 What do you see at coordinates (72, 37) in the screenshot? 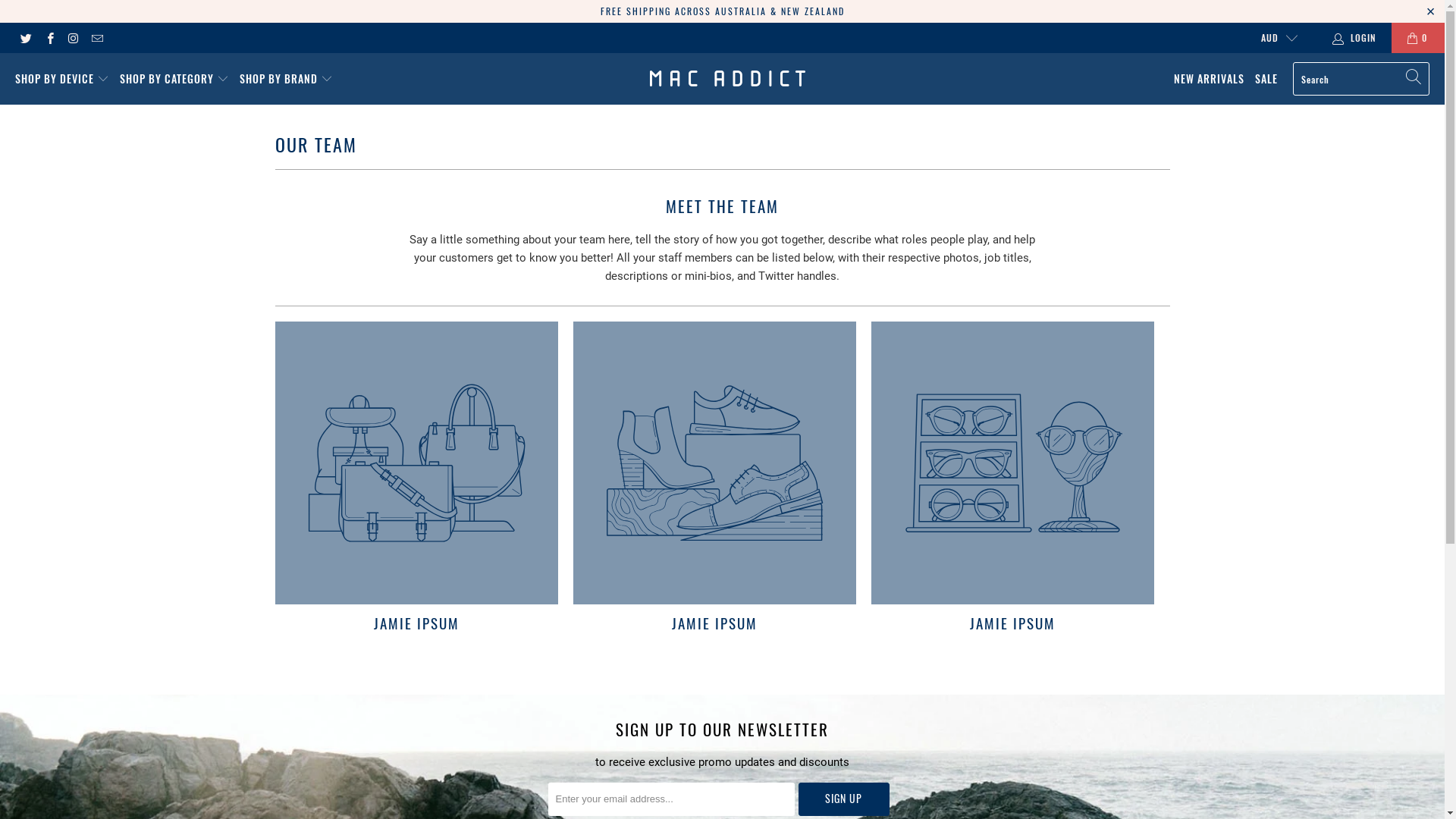
I see `'Mac Addict on Instagram'` at bounding box center [72, 37].